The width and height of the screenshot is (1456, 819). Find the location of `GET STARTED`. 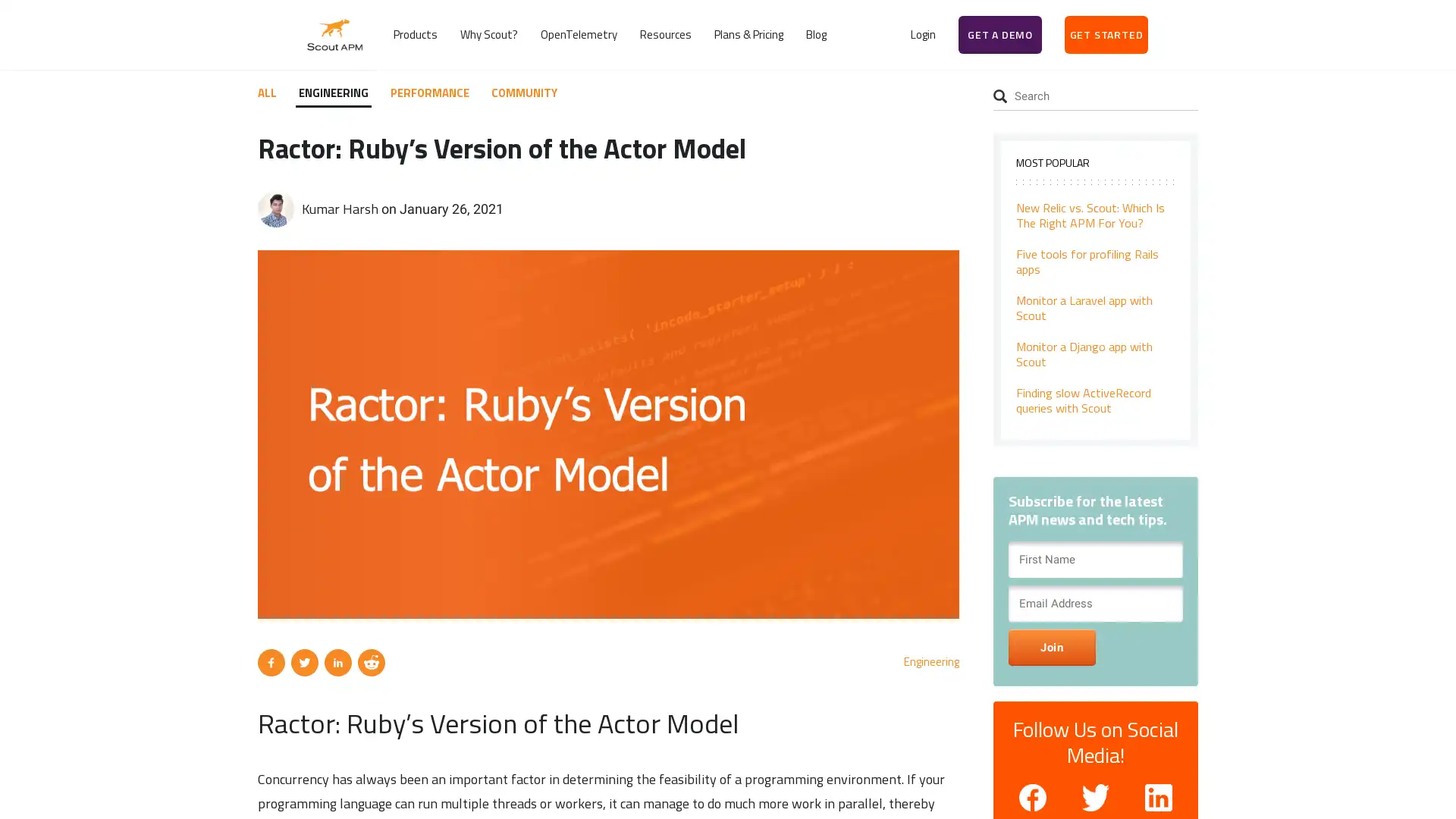

GET STARTED is located at coordinates (1106, 34).